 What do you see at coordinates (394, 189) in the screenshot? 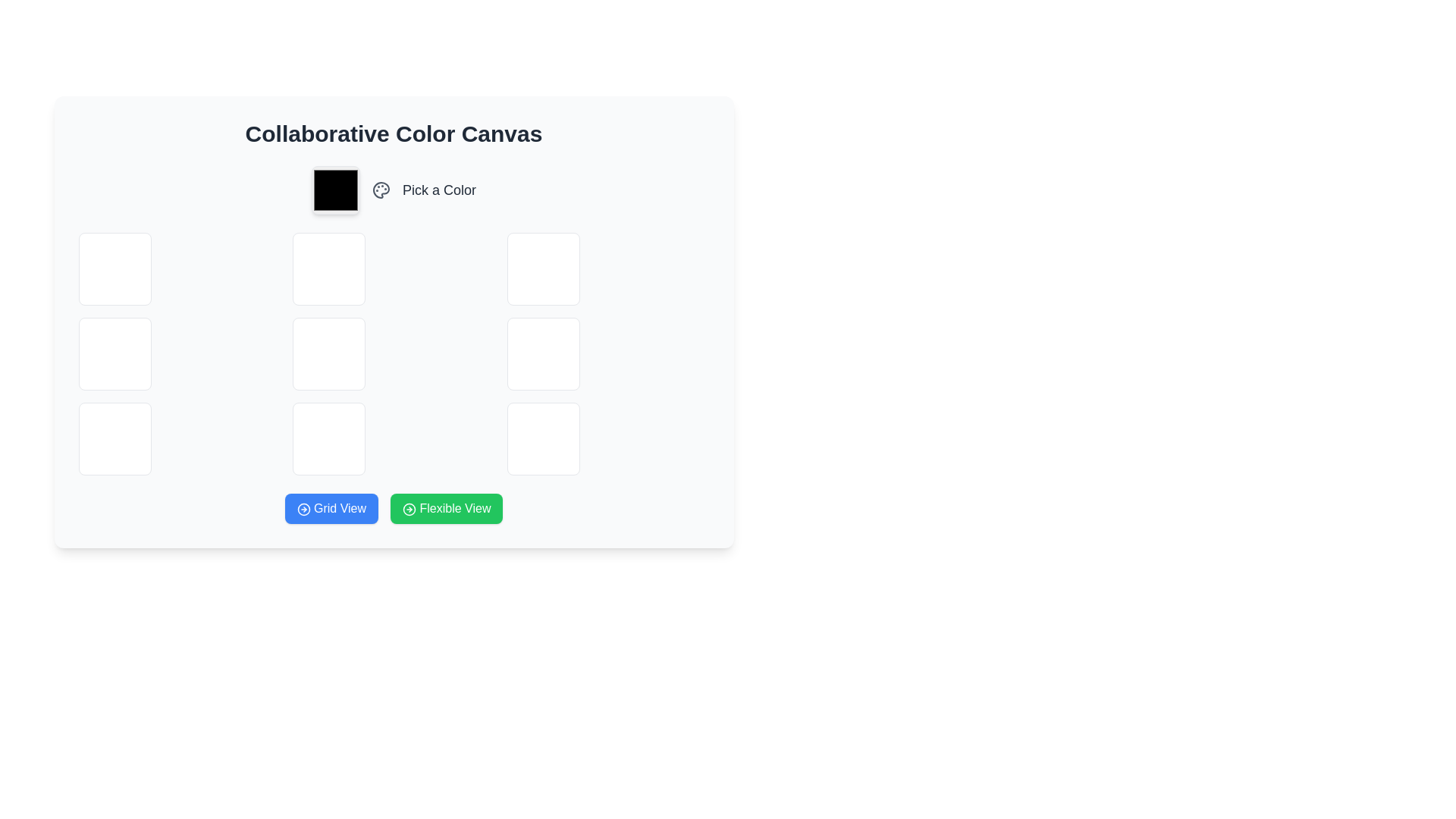
I see `the color palette icon next to the 'Pick a Color' label to open the color palette` at bounding box center [394, 189].